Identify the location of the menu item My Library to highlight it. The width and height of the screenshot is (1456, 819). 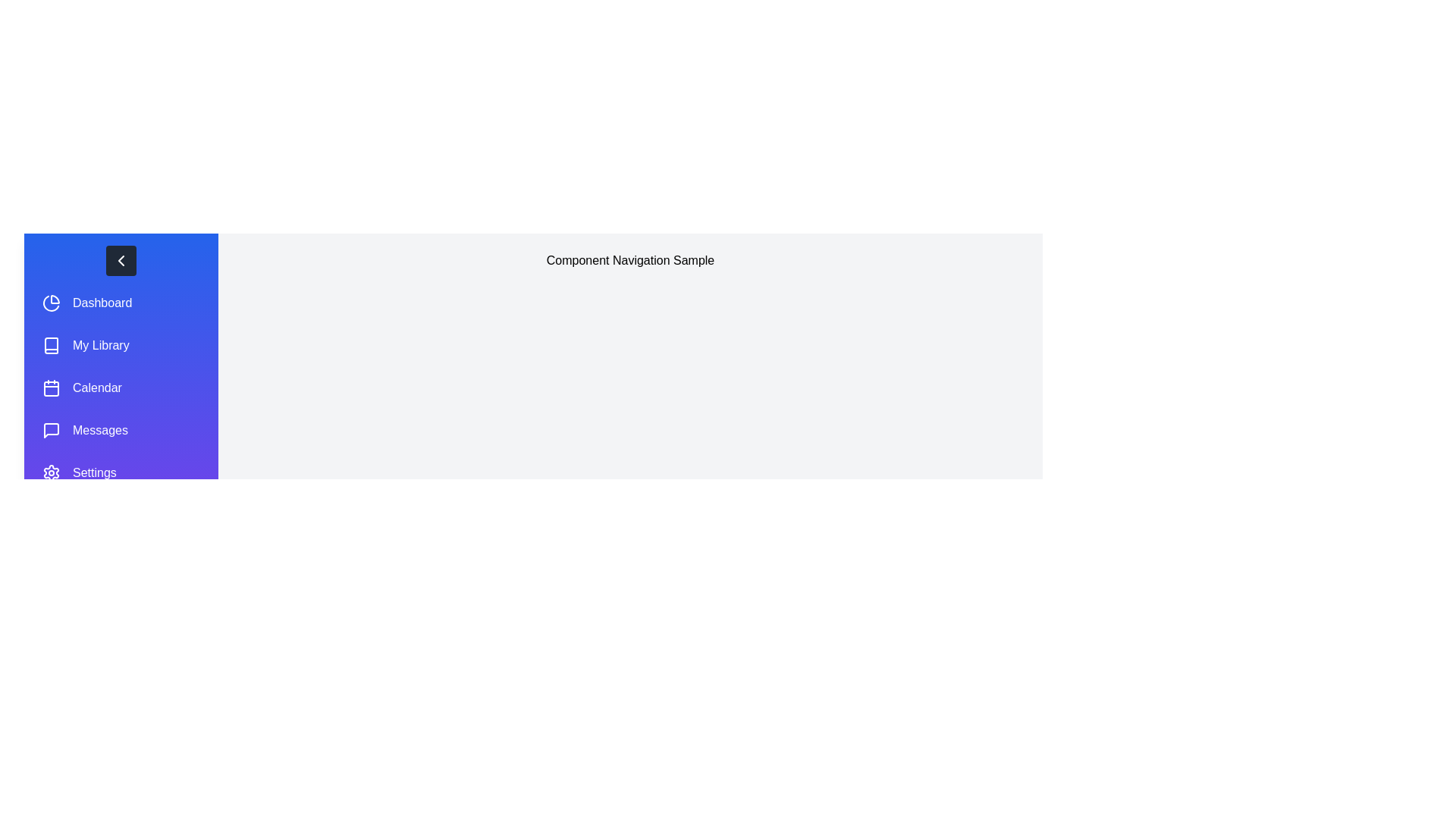
(120, 345).